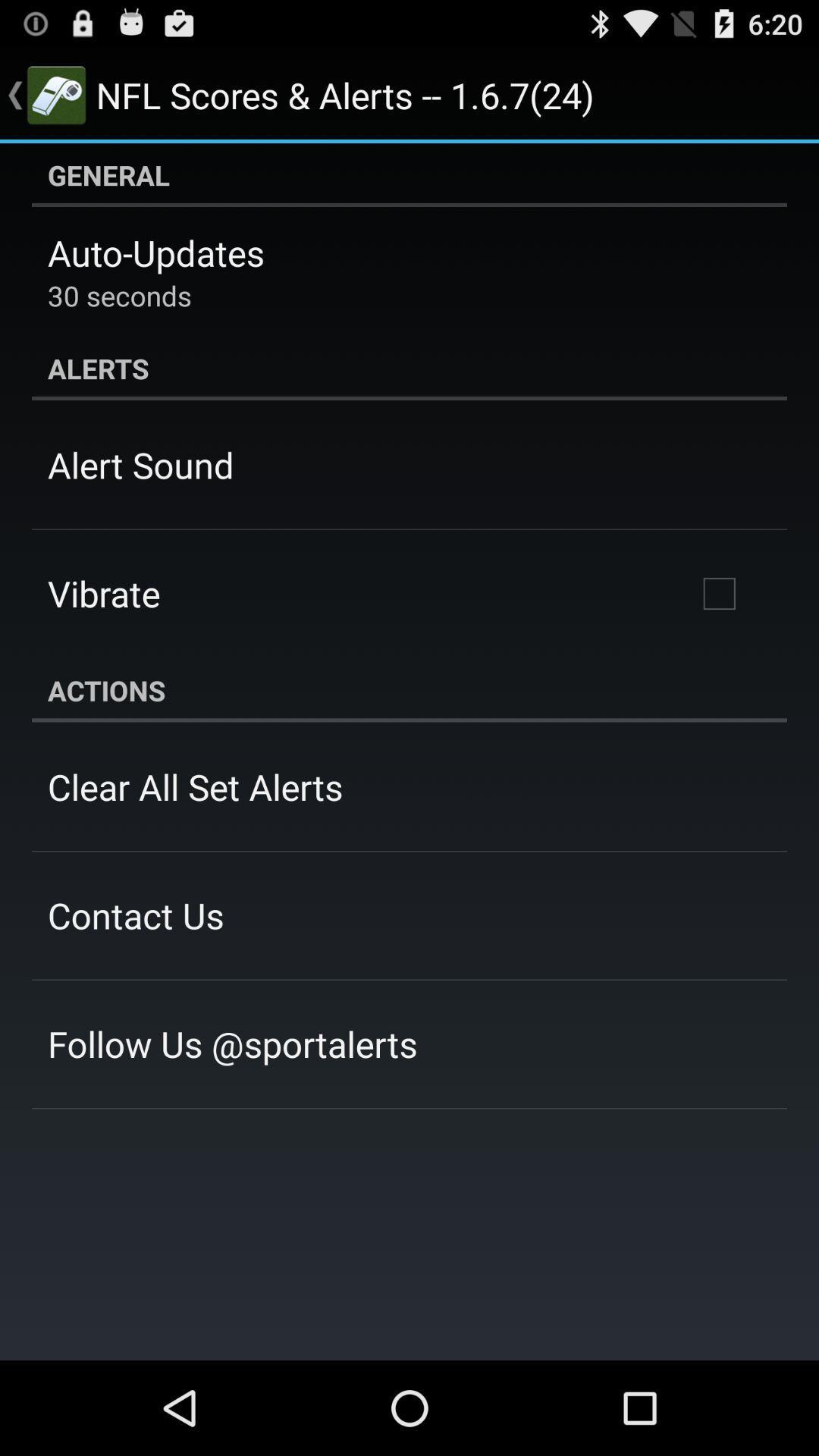  Describe the element at coordinates (140, 464) in the screenshot. I see `alert sound icon` at that location.